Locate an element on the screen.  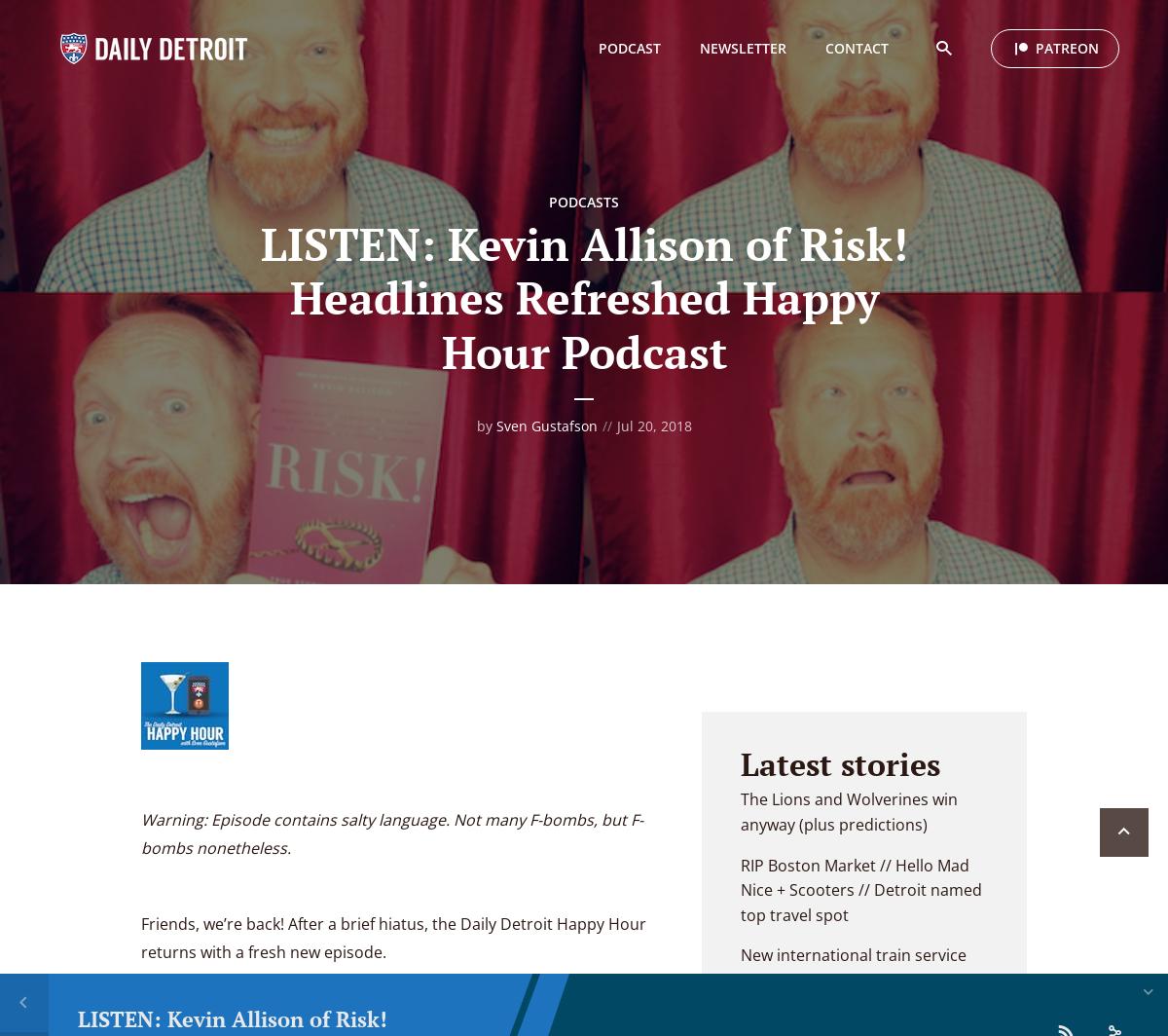
'Jul 20, 2018' is located at coordinates (653, 425).